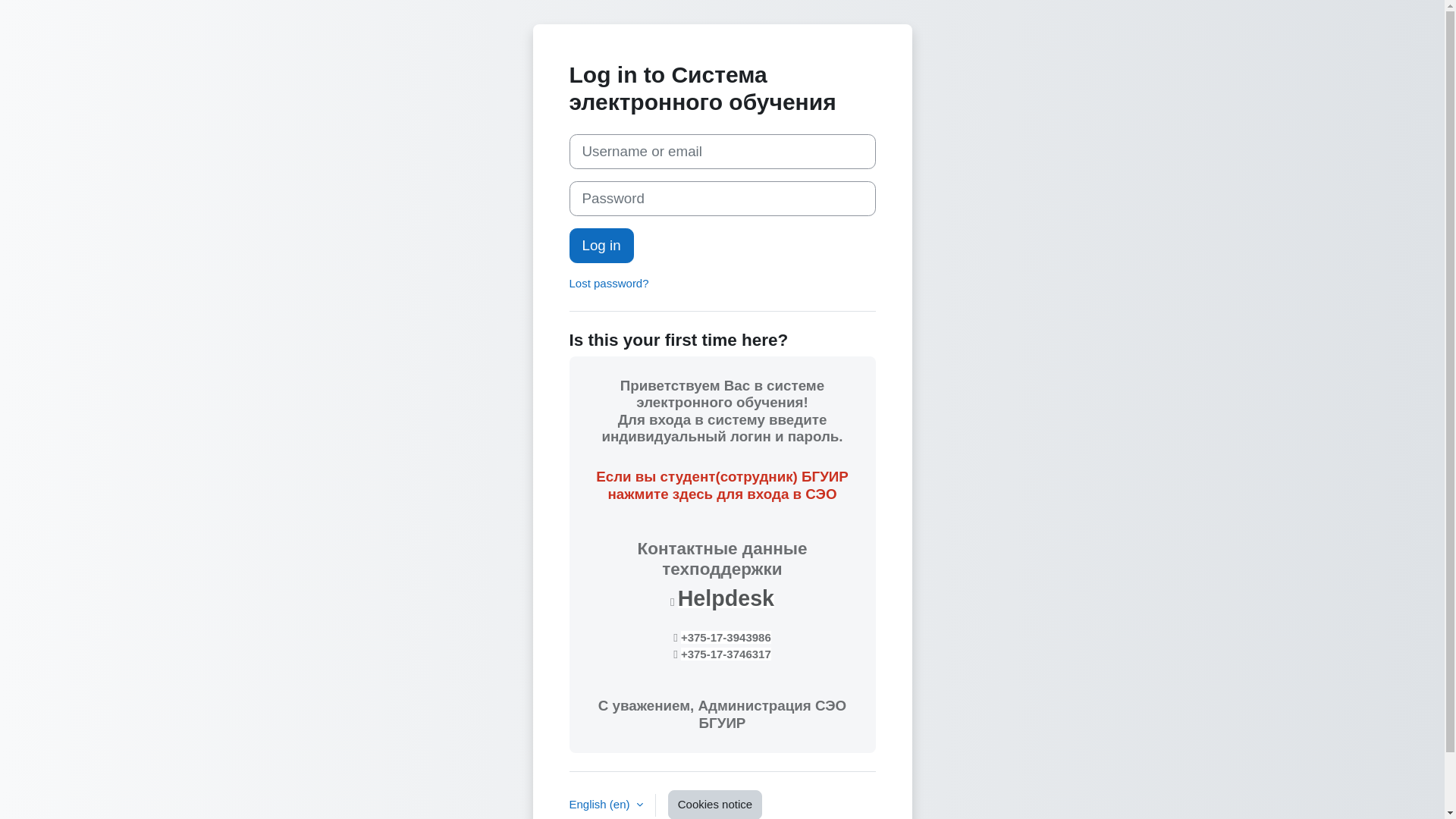 The width and height of the screenshot is (1456, 819). I want to click on 'Helpdesk', so click(725, 598).